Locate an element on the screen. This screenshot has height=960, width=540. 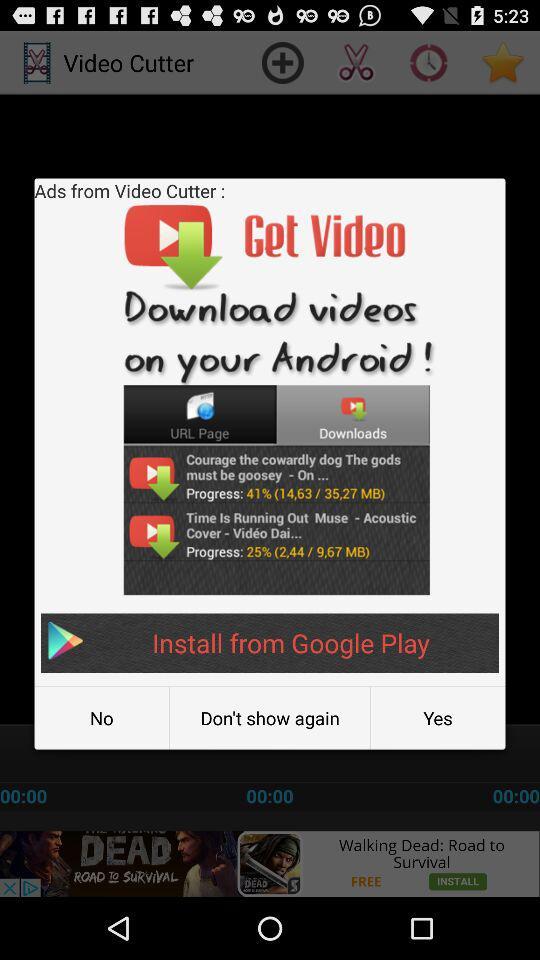
the don t show item is located at coordinates (270, 718).